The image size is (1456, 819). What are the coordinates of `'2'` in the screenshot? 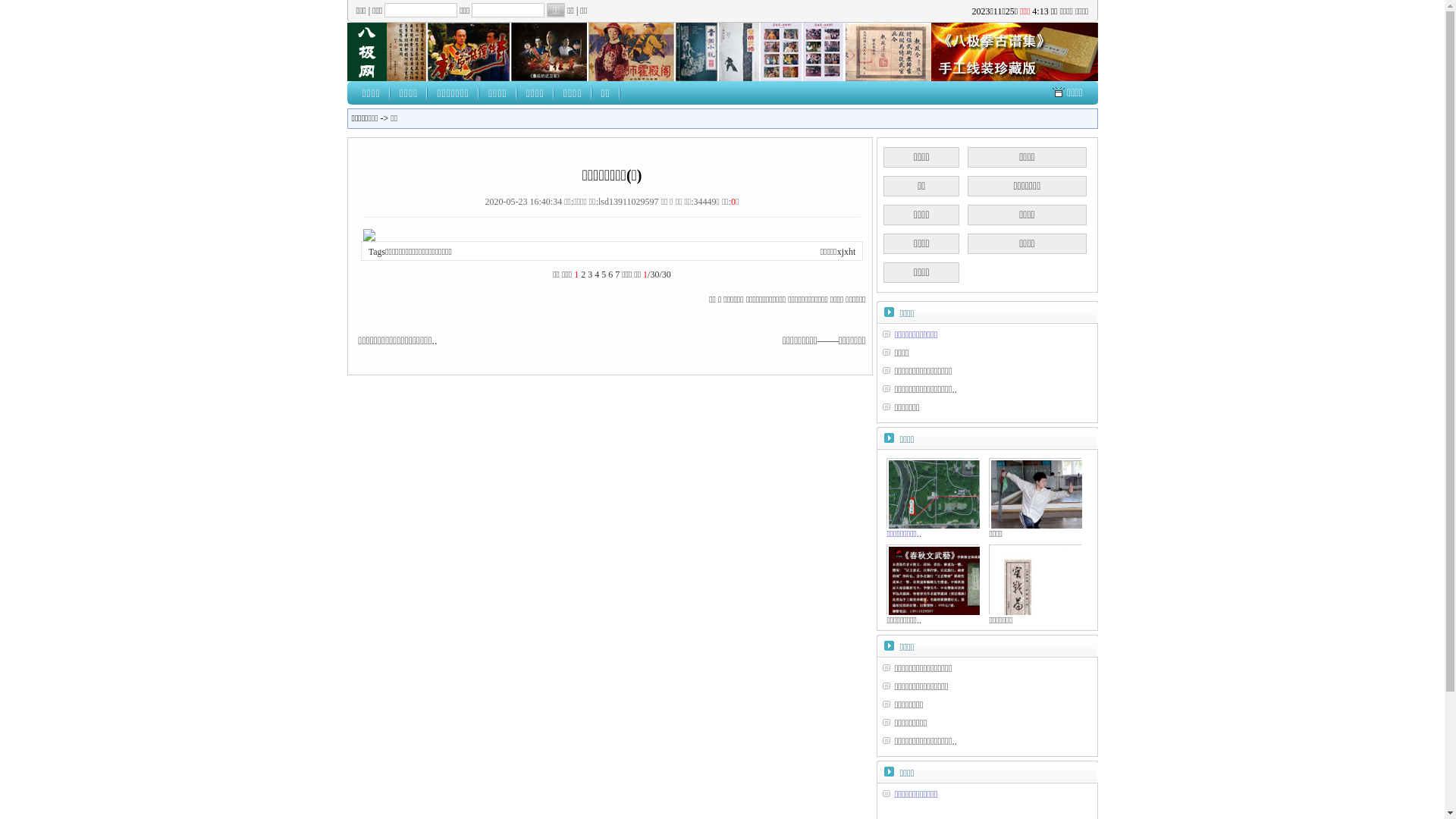 It's located at (582, 275).